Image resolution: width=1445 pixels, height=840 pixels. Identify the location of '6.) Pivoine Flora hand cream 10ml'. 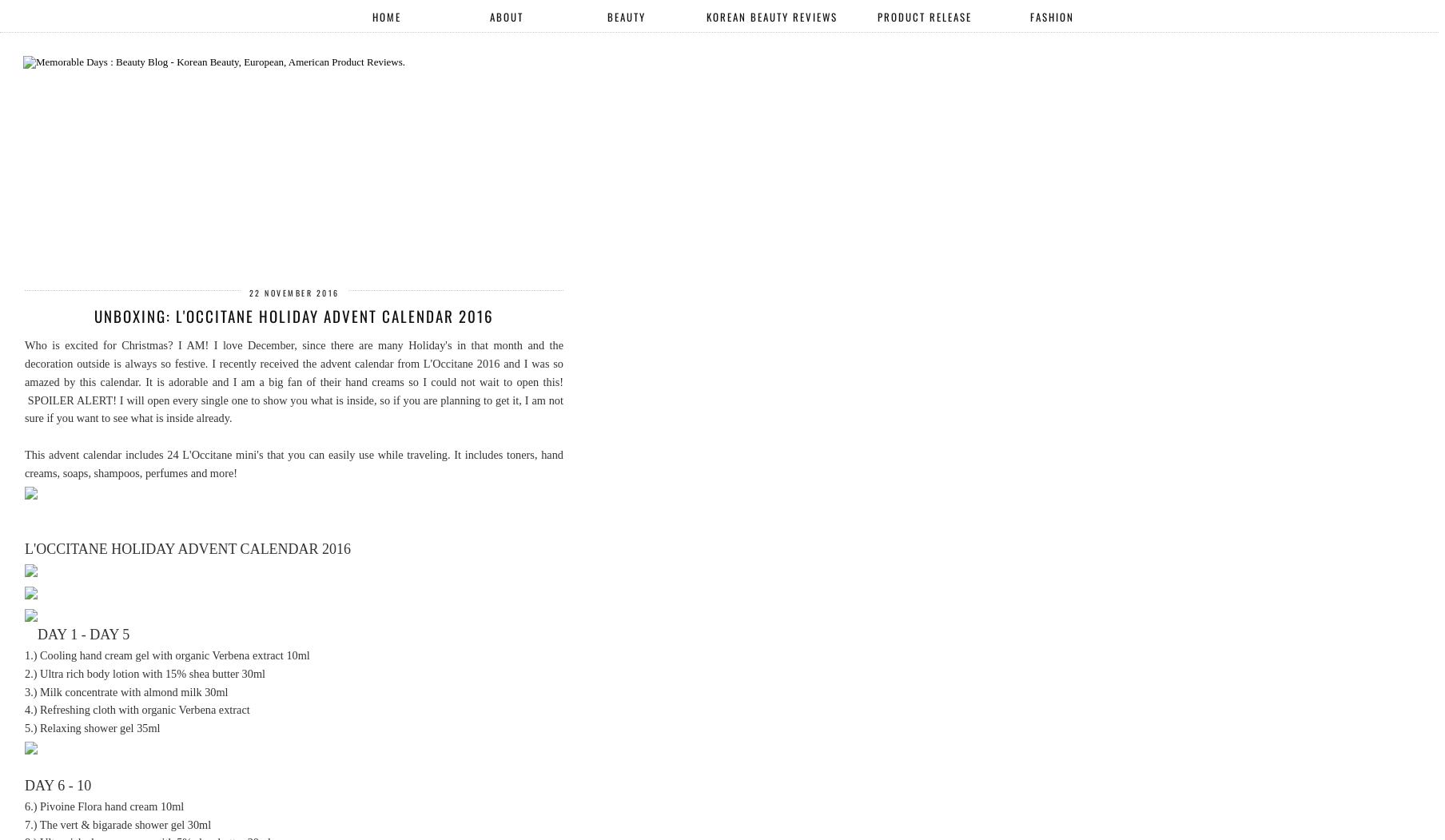
(103, 806).